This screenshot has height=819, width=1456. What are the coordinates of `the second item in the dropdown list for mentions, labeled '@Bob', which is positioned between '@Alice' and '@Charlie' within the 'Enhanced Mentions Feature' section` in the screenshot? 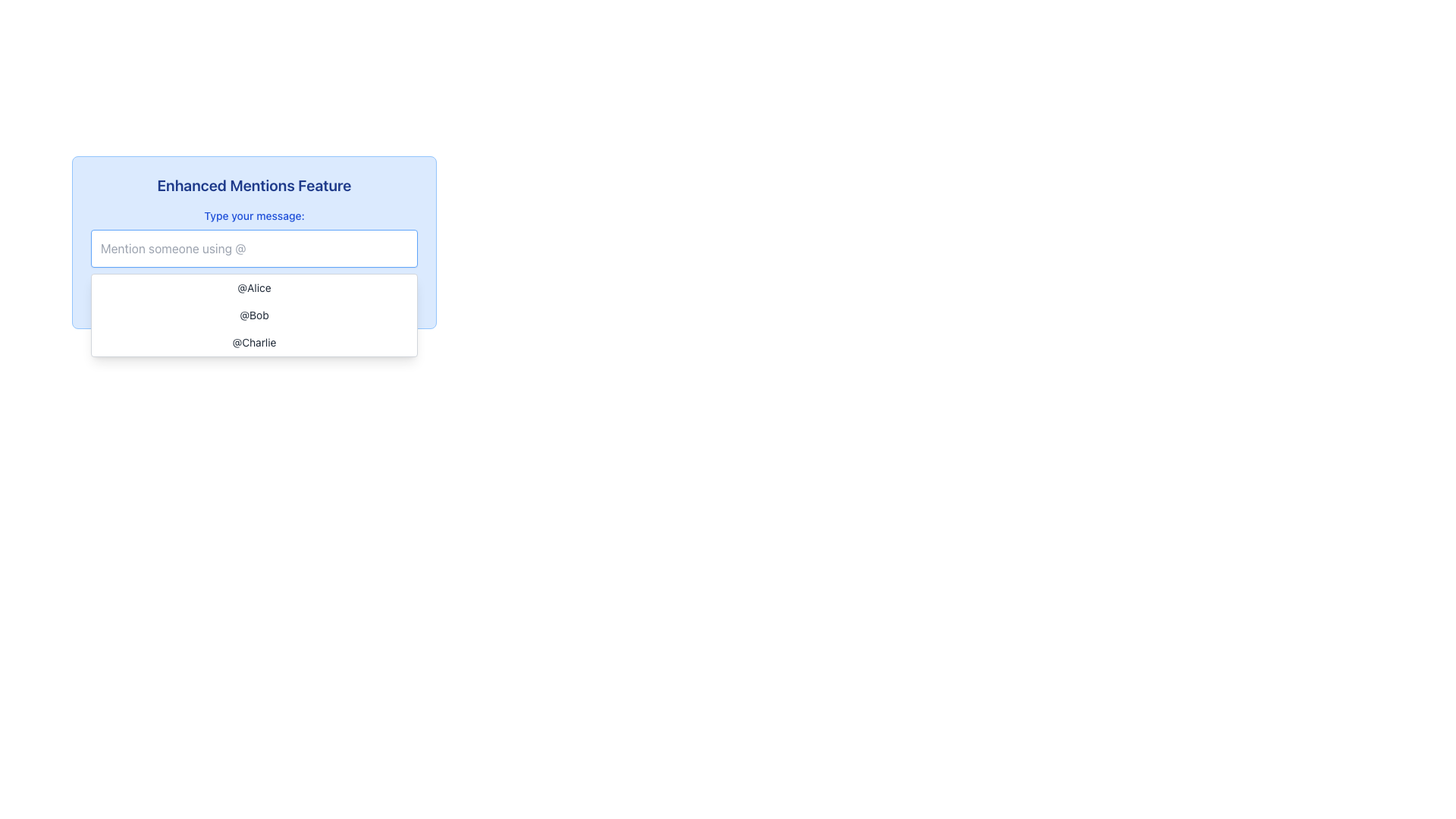 It's located at (254, 315).